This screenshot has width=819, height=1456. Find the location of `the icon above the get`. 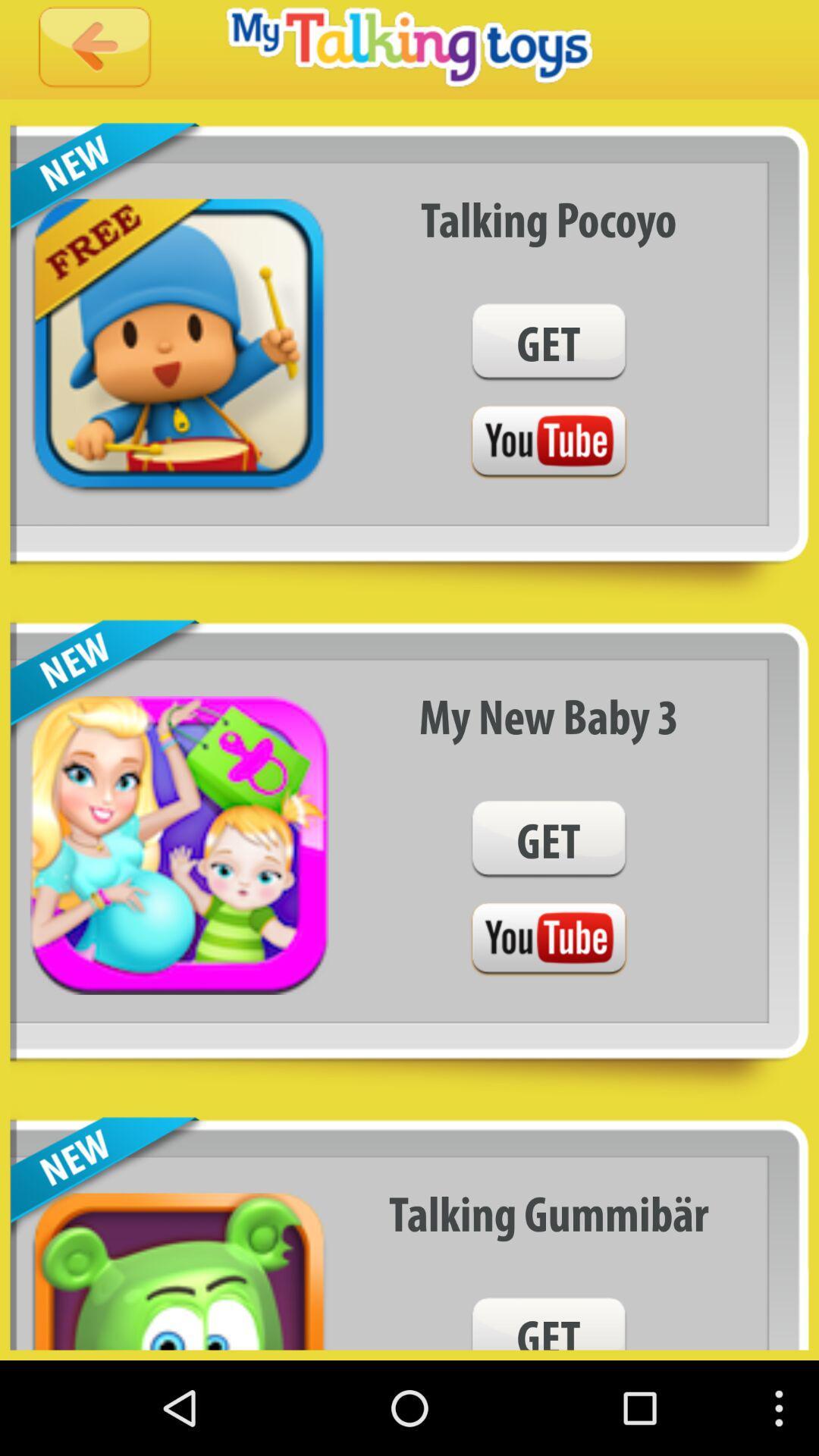

the icon above the get is located at coordinates (548, 715).